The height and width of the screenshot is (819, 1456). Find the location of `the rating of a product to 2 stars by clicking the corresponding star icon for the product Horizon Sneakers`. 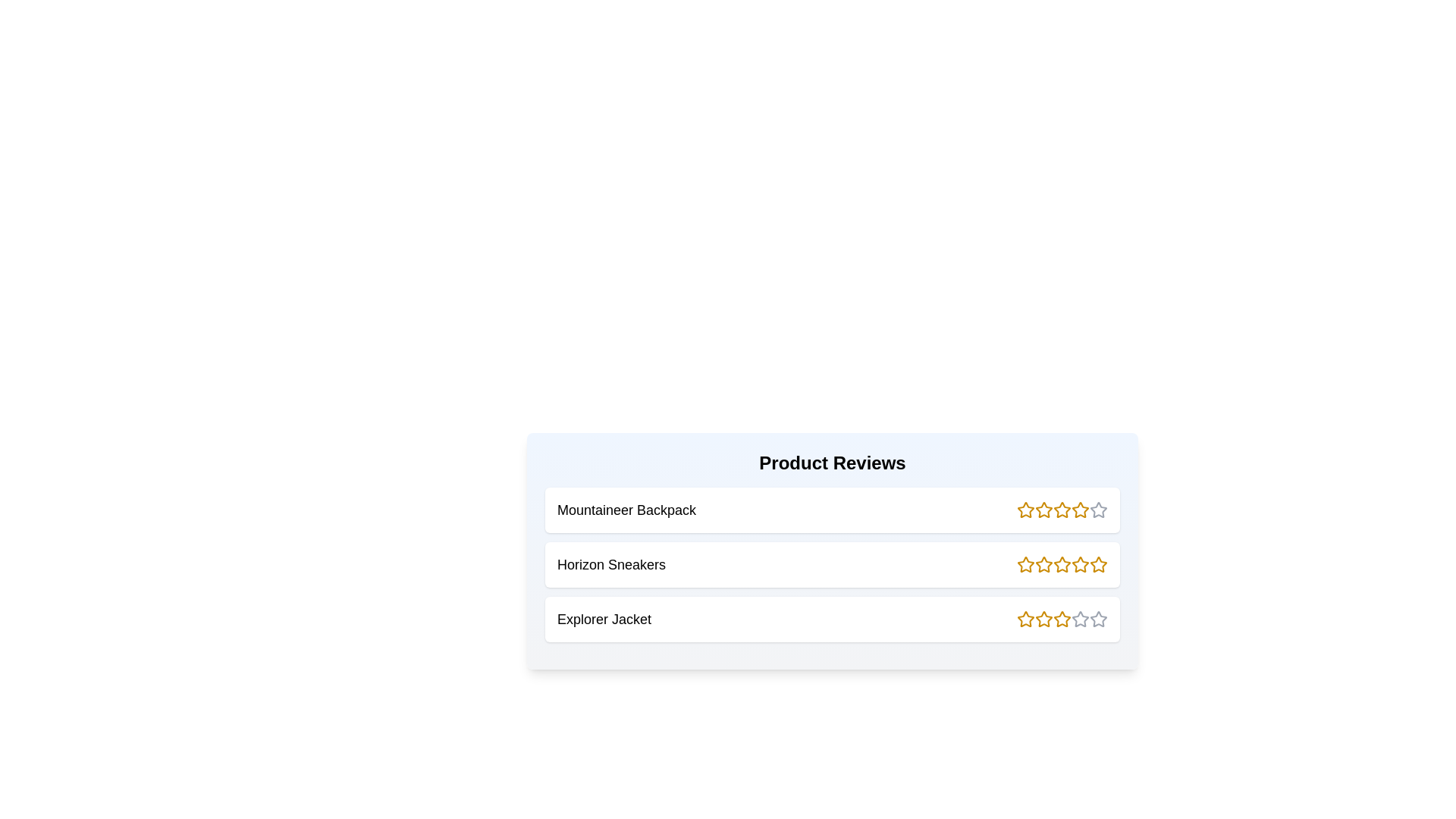

the rating of a product to 2 stars by clicking the corresponding star icon for the product Horizon Sneakers is located at coordinates (1043, 564).